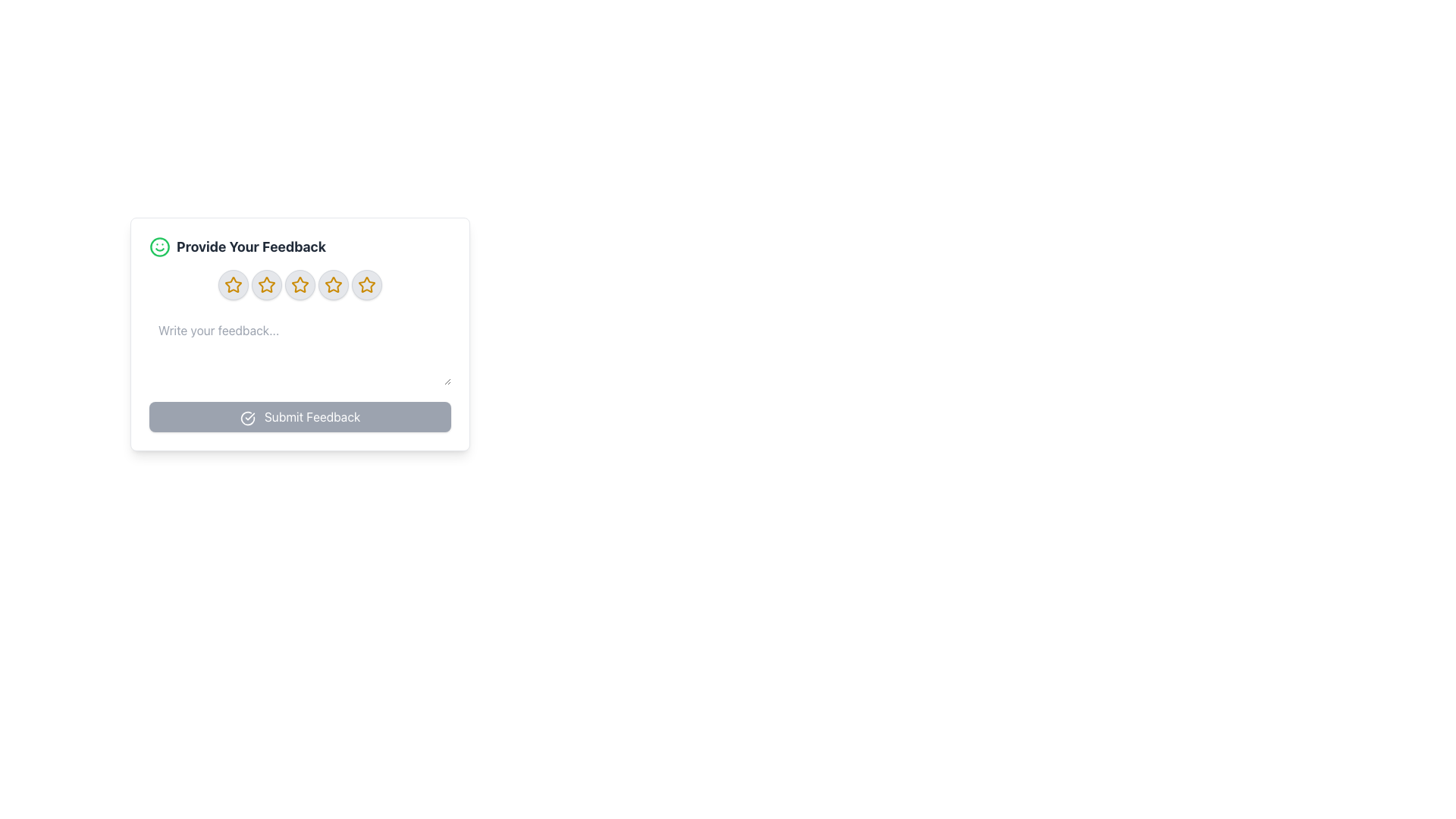  Describe the element at coordinates (300, 284) in the screenshot. I see `the third star icon from the left in the feedback form` at that location.